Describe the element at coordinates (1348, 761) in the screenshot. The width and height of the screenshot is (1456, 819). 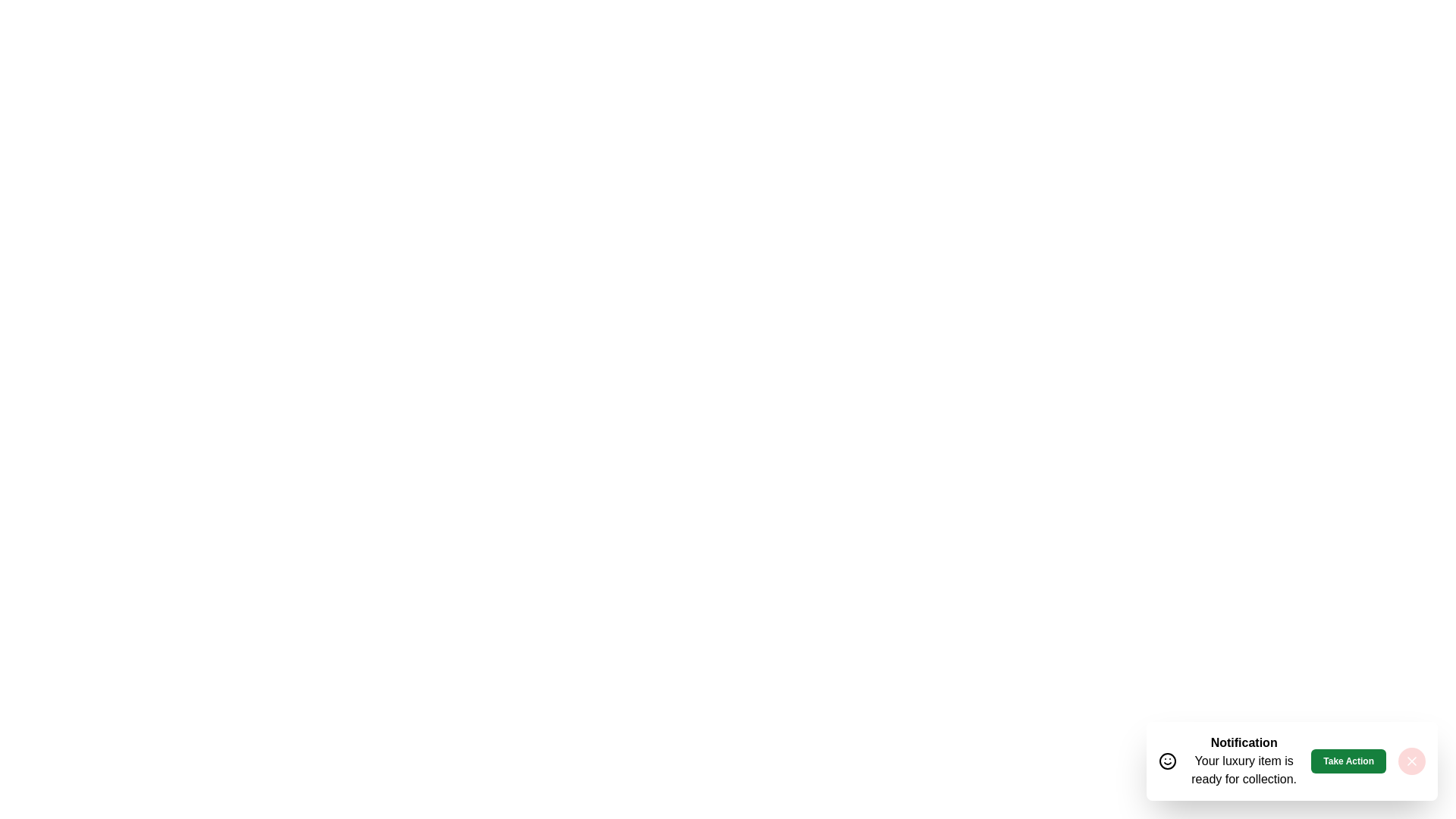
I see `the 'Take Action' button` at that location.